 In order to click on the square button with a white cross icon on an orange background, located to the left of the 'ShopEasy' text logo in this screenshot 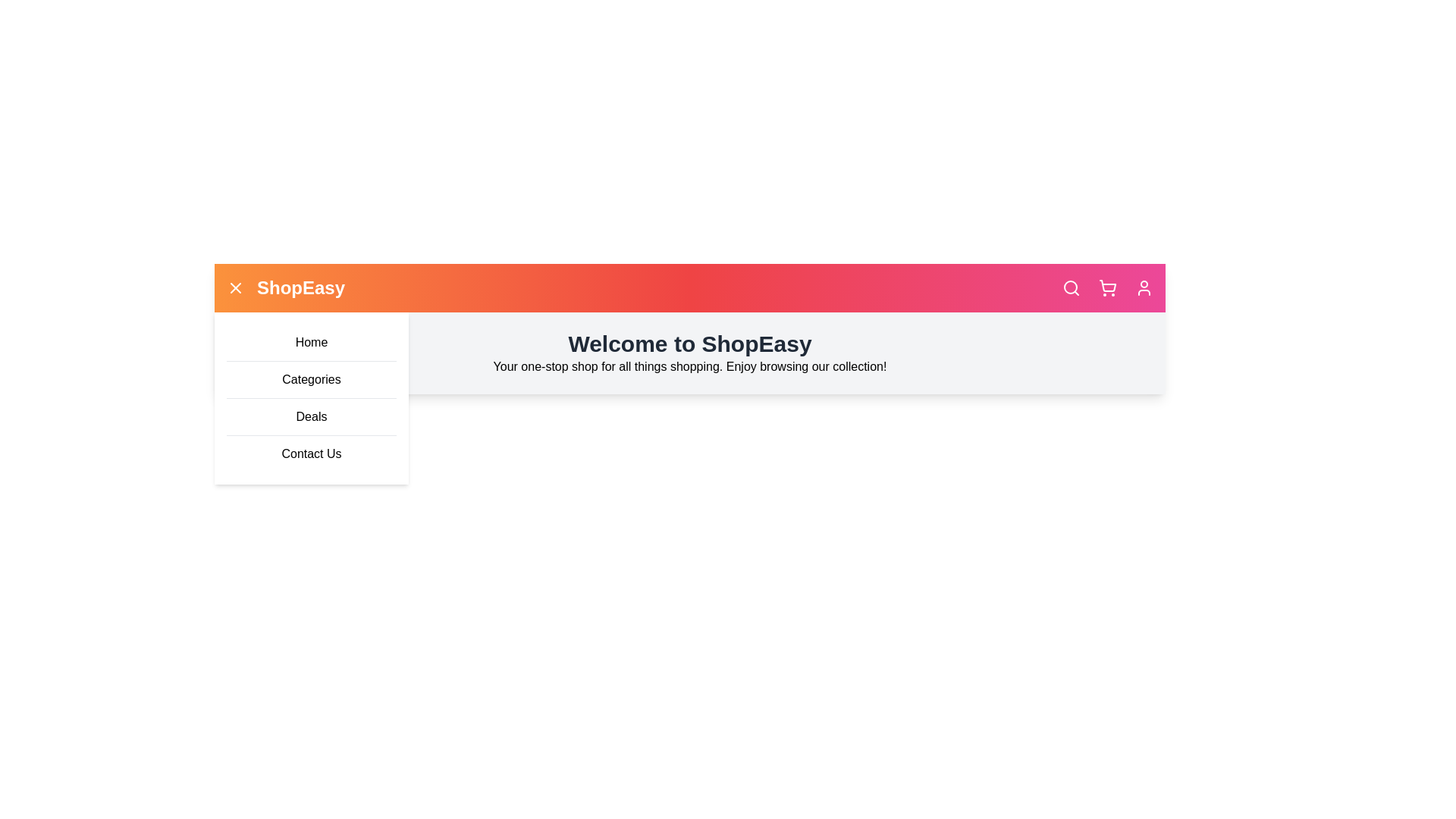, I will do `click(235, 288)`.